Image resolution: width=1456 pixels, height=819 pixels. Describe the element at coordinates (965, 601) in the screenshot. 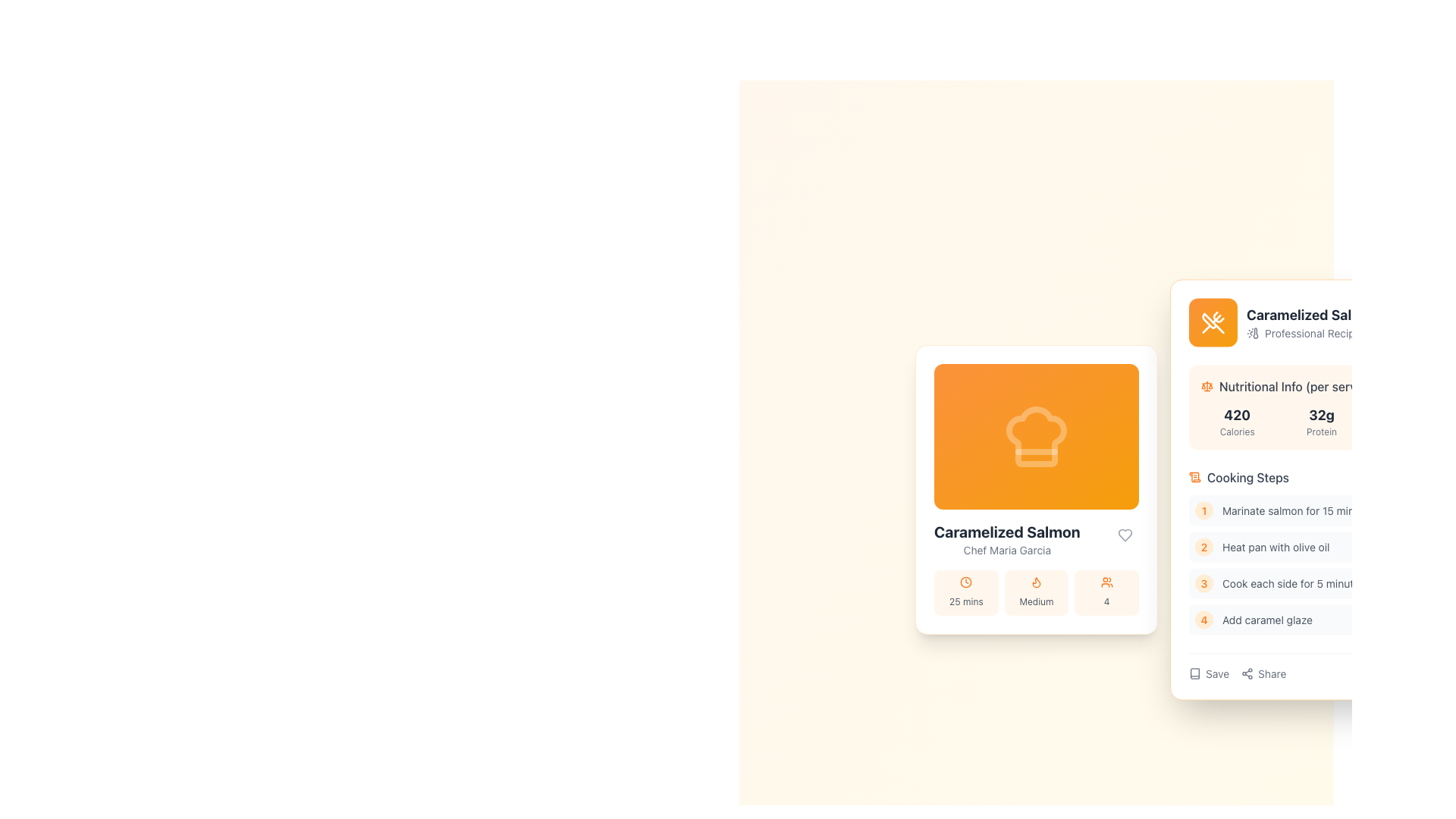

I see `the static text label displaying '25 mins', which is located within a rounded rectangle and positioned below an orange clock icon` at that location.